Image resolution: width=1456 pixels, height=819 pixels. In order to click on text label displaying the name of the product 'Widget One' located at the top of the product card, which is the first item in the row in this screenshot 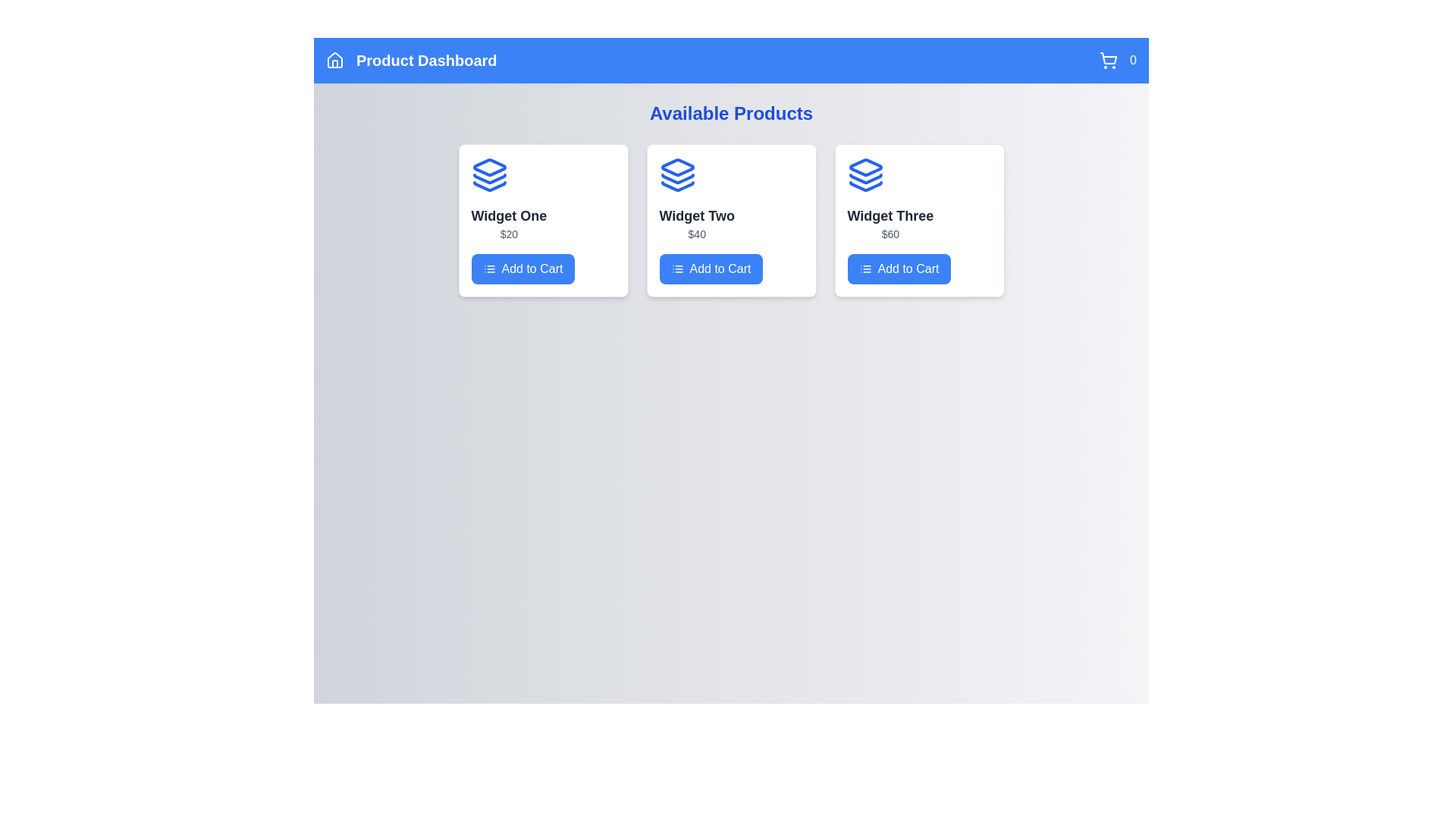, I will do `click(509, 216)`.